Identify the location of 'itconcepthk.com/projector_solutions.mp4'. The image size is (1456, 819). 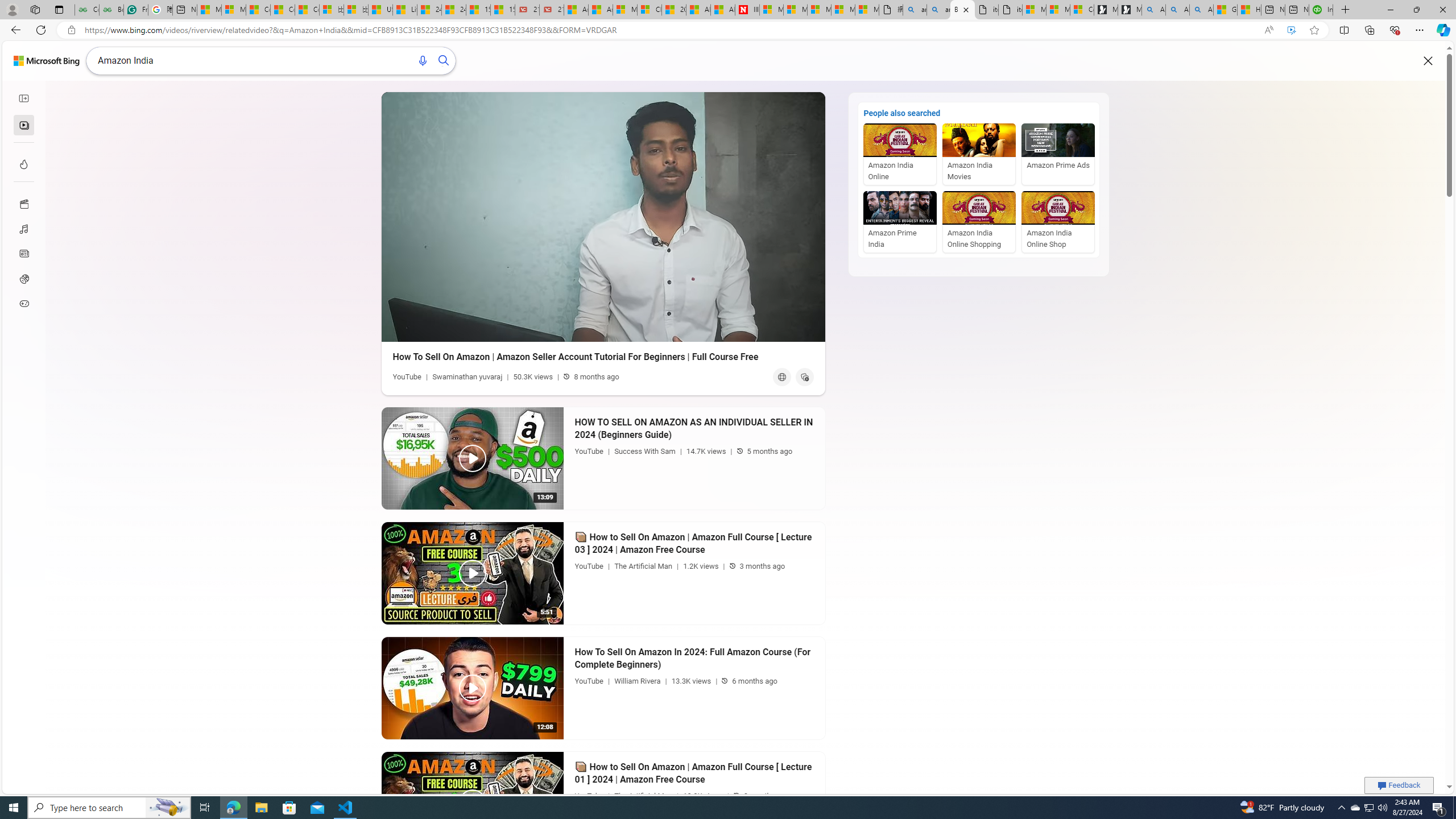
(1009, 9).